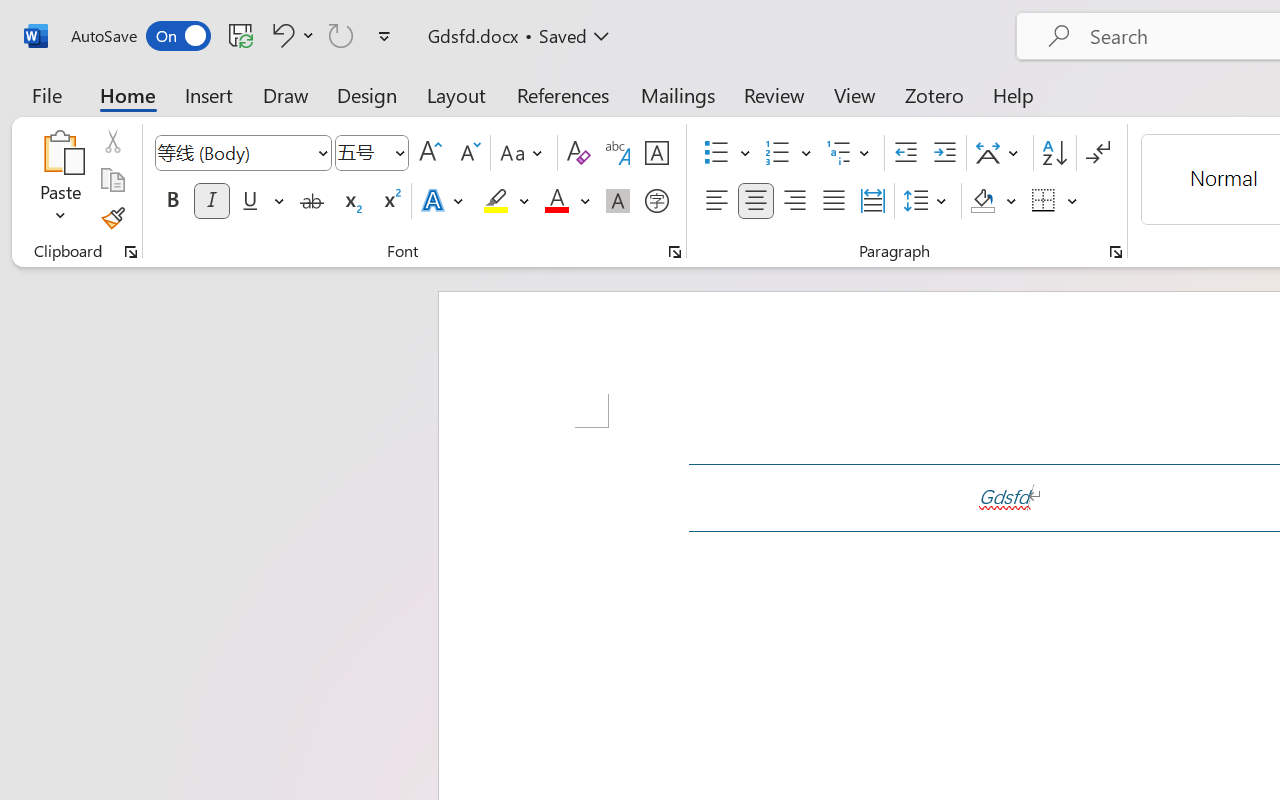 Image resolution: width=1280 pixels, height=800 pixels. What do you see at coordinates (1097, 153) in the screenshot?
I see `'Show/Hide Editing Marks'` at bounding box center [1097, 153].